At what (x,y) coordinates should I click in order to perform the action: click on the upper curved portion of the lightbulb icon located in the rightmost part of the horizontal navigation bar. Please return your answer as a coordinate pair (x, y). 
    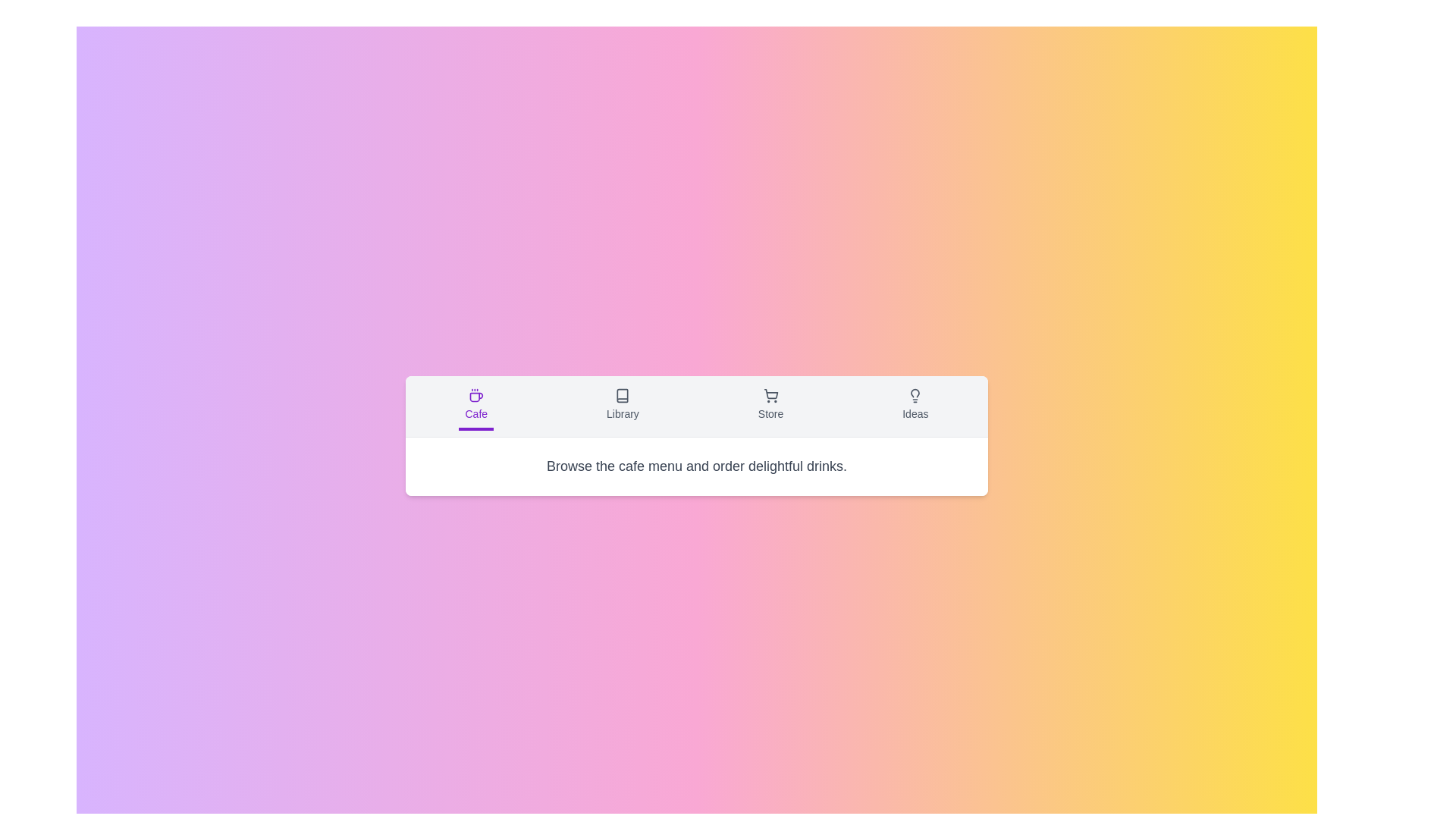
    Looking at the image, I should click on (915, 392).